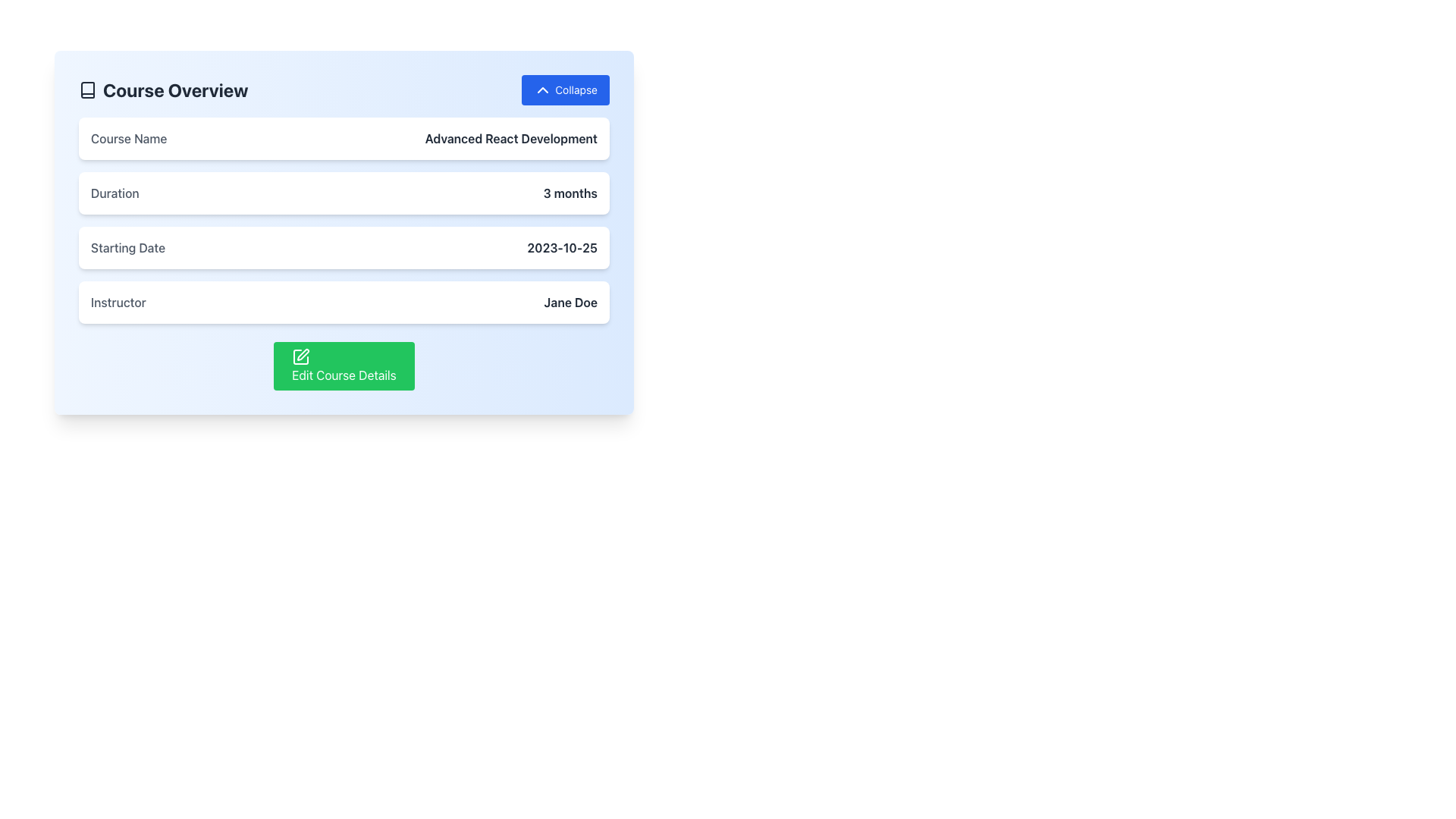 Image resolution: width=1456 pixels, height=819 pixels. I want to click on the static information display component that shows the instructor's name 'Jane Doe' and the title 'Instructor', located under the 'Starting Date' row, so click(344, 302).